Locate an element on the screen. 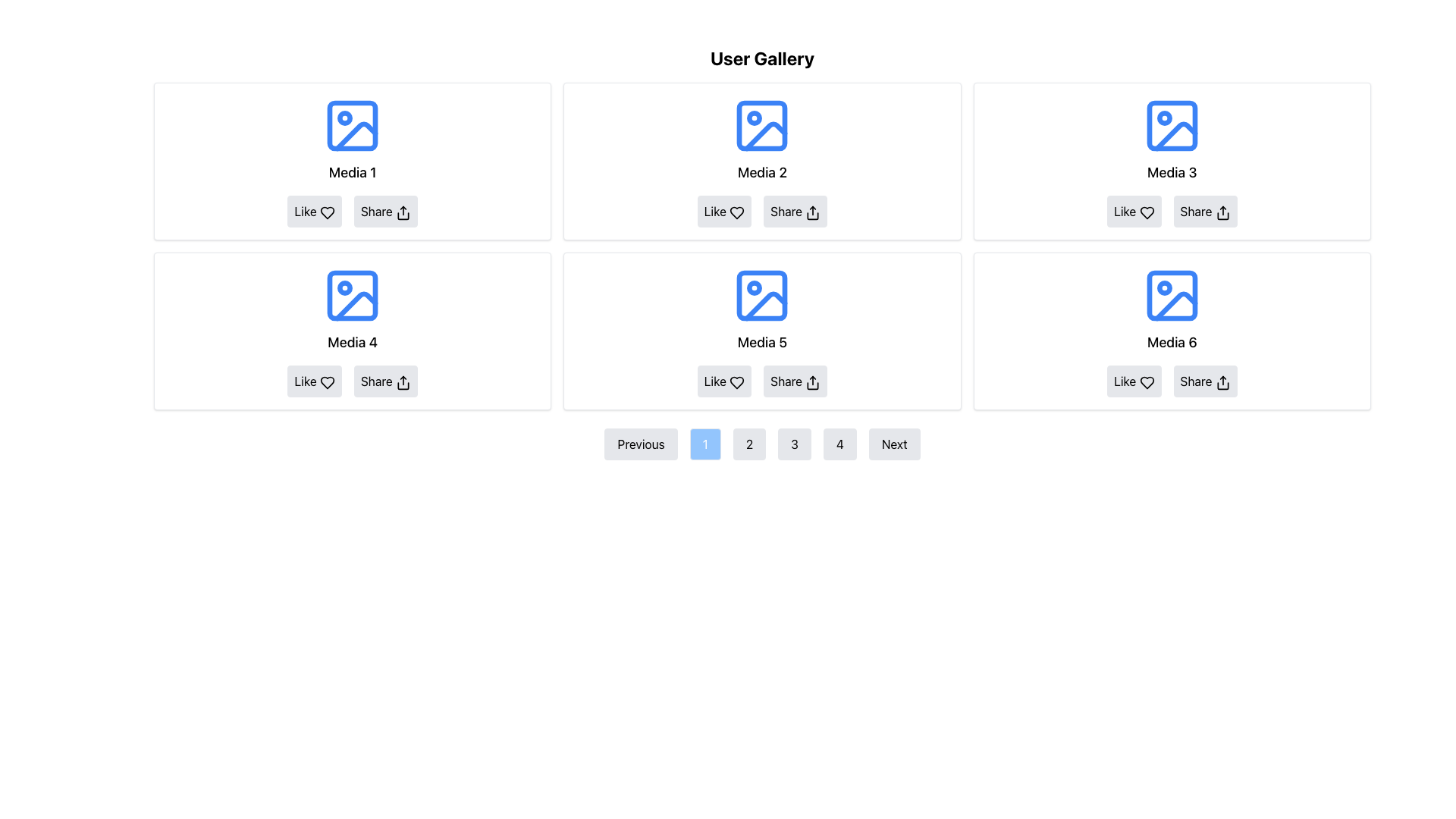  the 'Like' button with a heart icon, located under the 'Media 4' heading, to like the item is located at coordinates (313, 380).